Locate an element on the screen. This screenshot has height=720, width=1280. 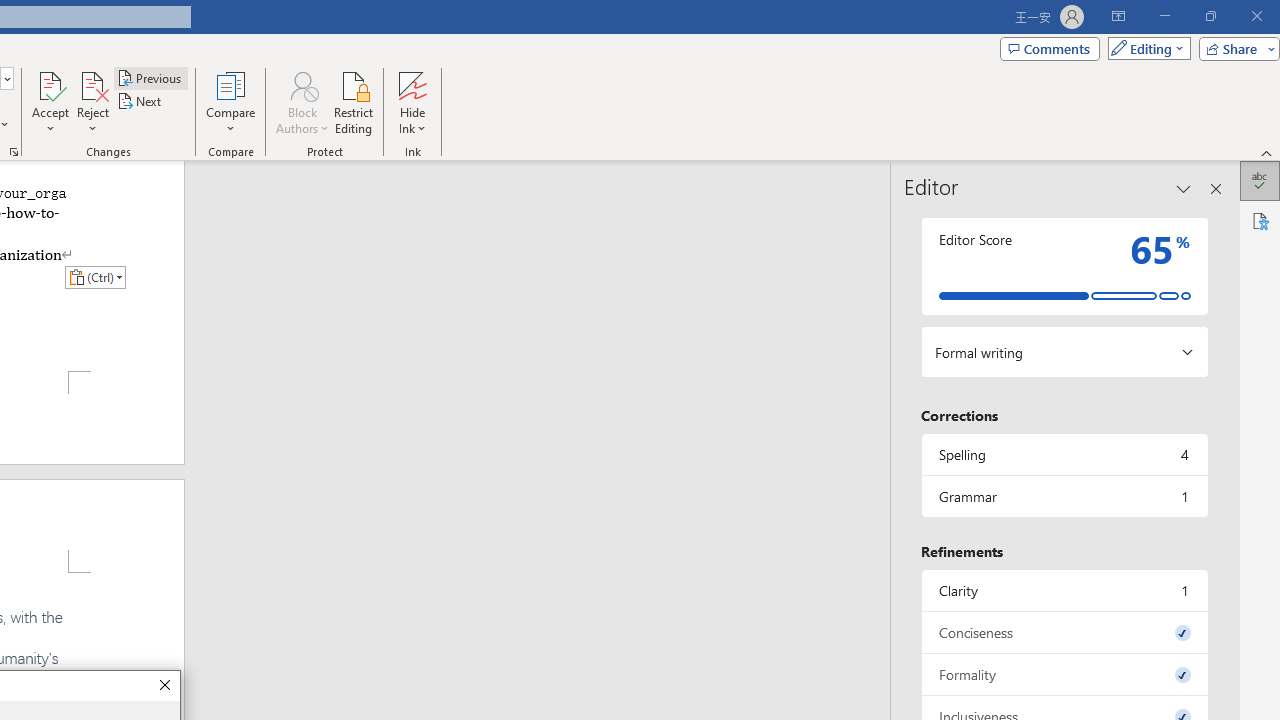
'Previous' is located at coordinates (150, 77).